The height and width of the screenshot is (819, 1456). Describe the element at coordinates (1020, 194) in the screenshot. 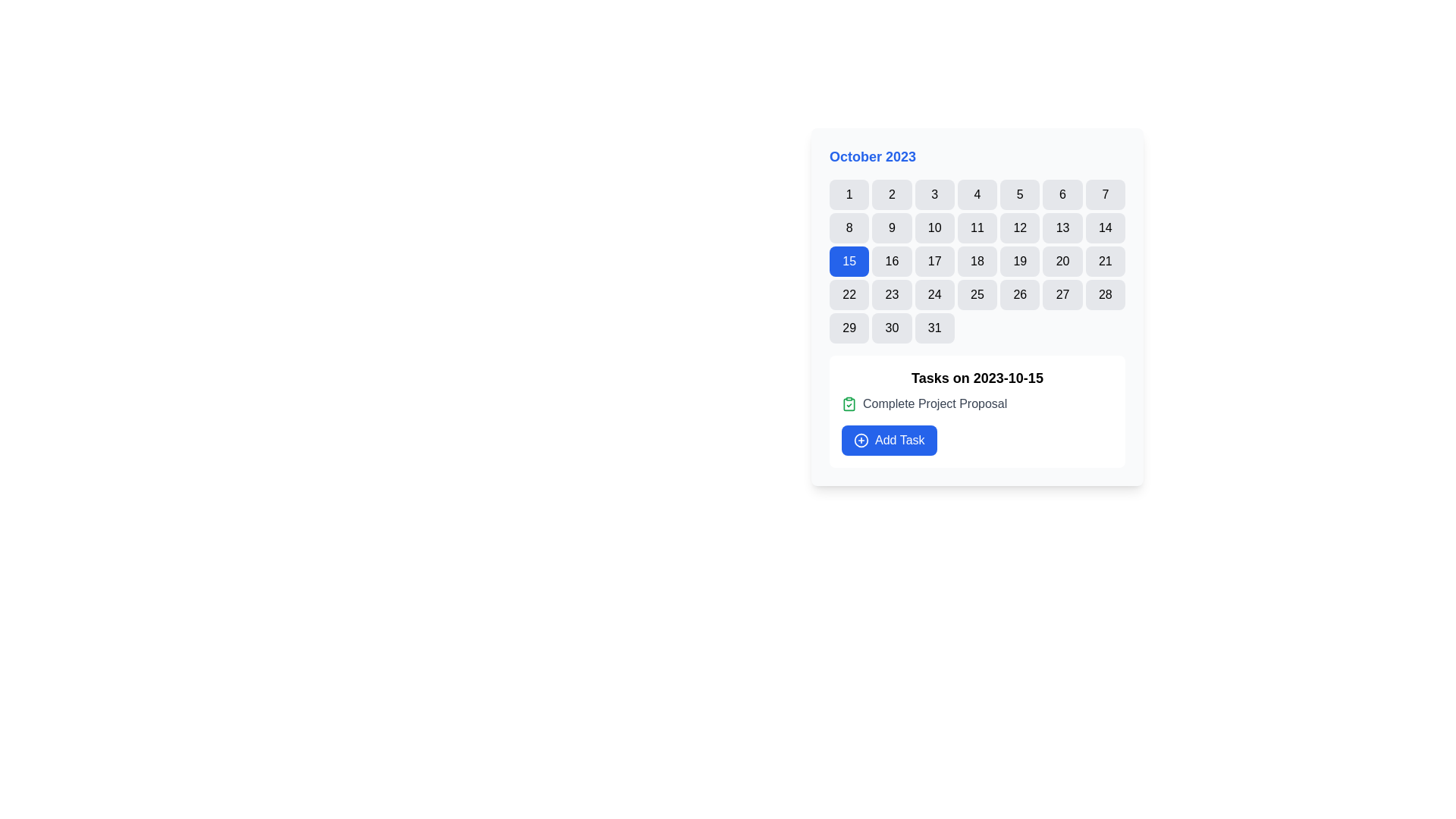

I see `the button` at that location.